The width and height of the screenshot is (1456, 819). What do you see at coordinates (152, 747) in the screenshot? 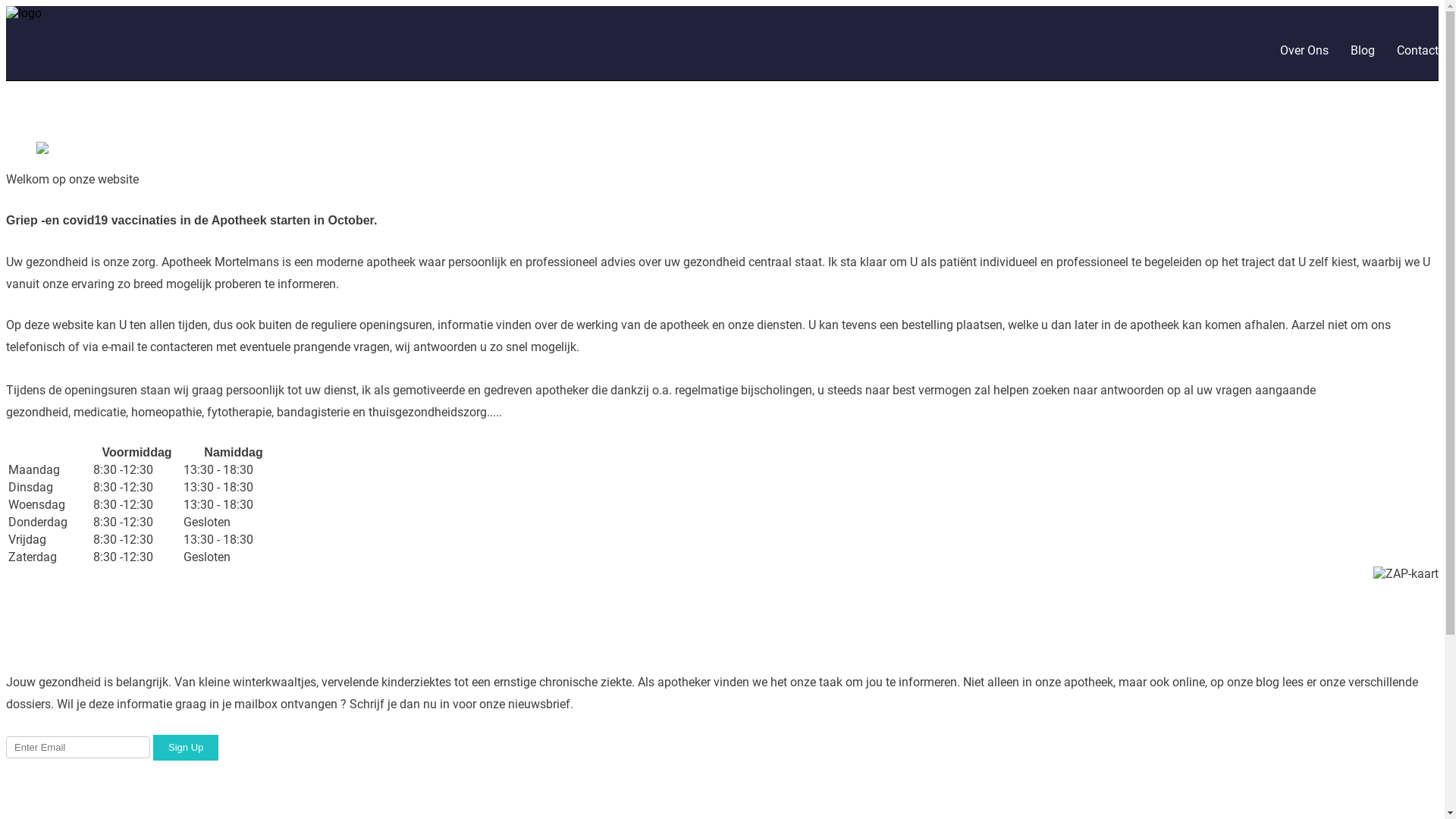
I see `'Sign Up'` at bounding box center [152, 747].